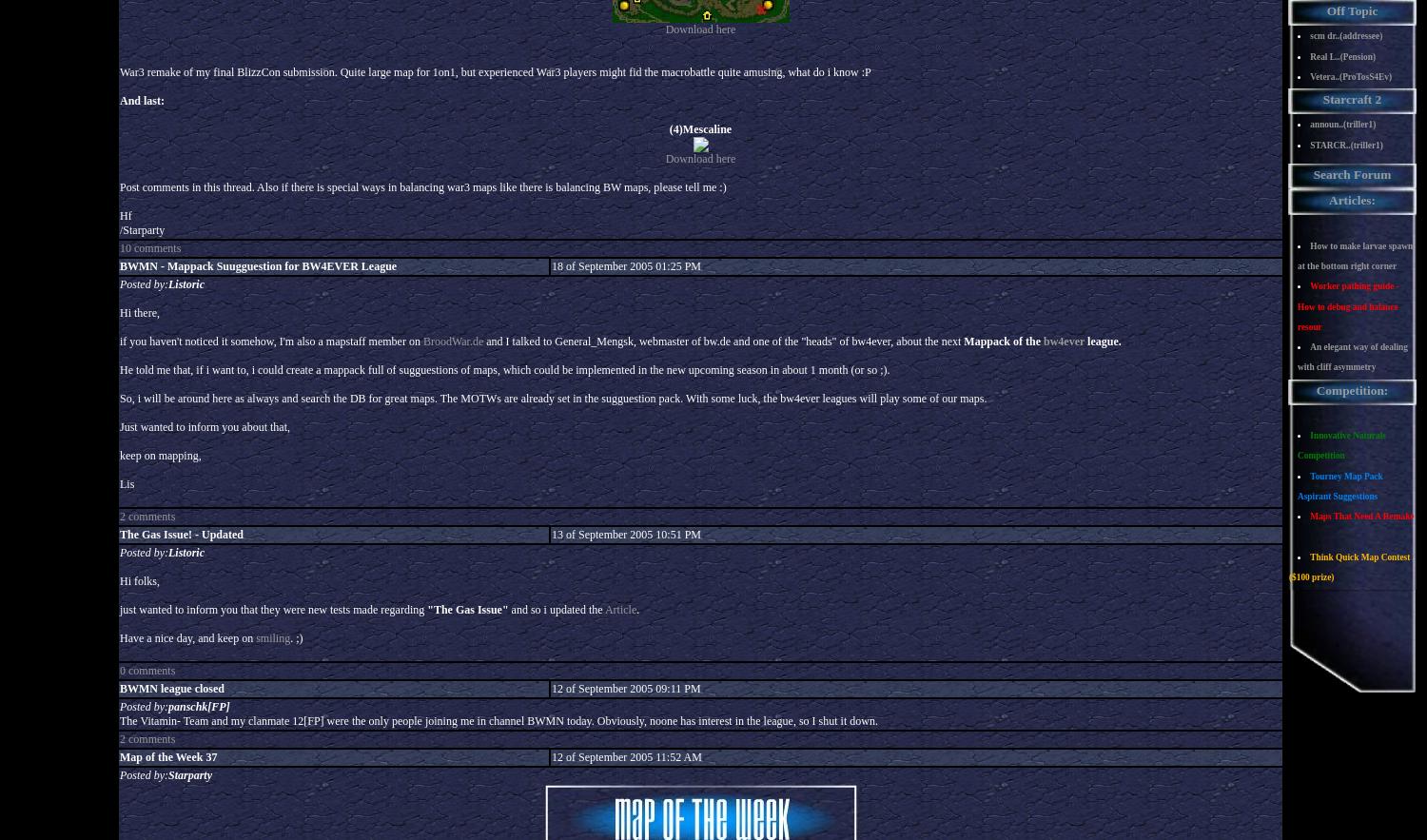  What do you see at coordinates (160, 456) in the screenshot?
I see `'keep on mapping,'` at bounding box center [160, 456].